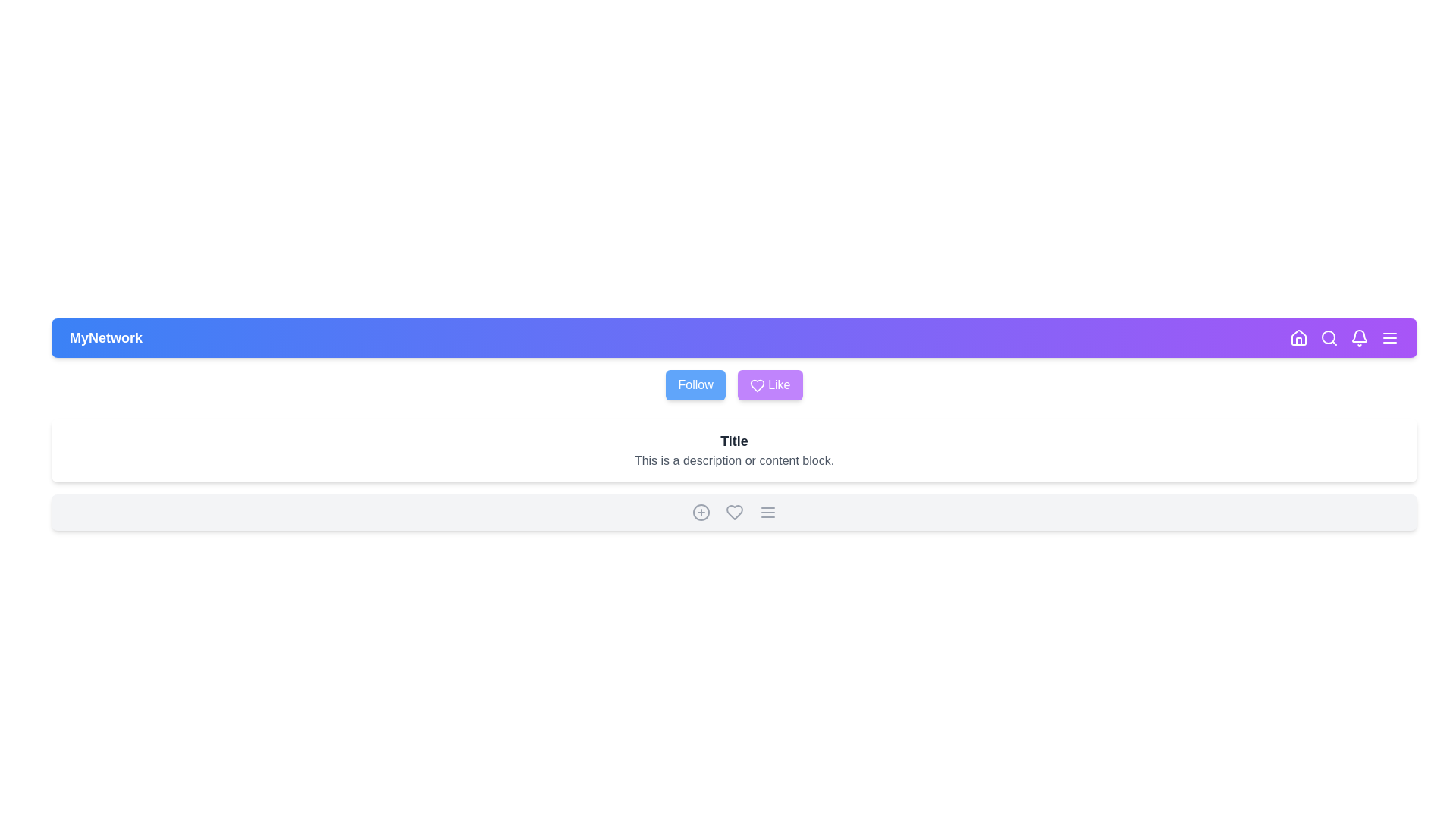  What do you see at coordinates (700, 512) in the screenshot?
I see `the first icon, which is a circular plus symbol representing an action to add or create something new within the interface` at bounding box center [700, 512].